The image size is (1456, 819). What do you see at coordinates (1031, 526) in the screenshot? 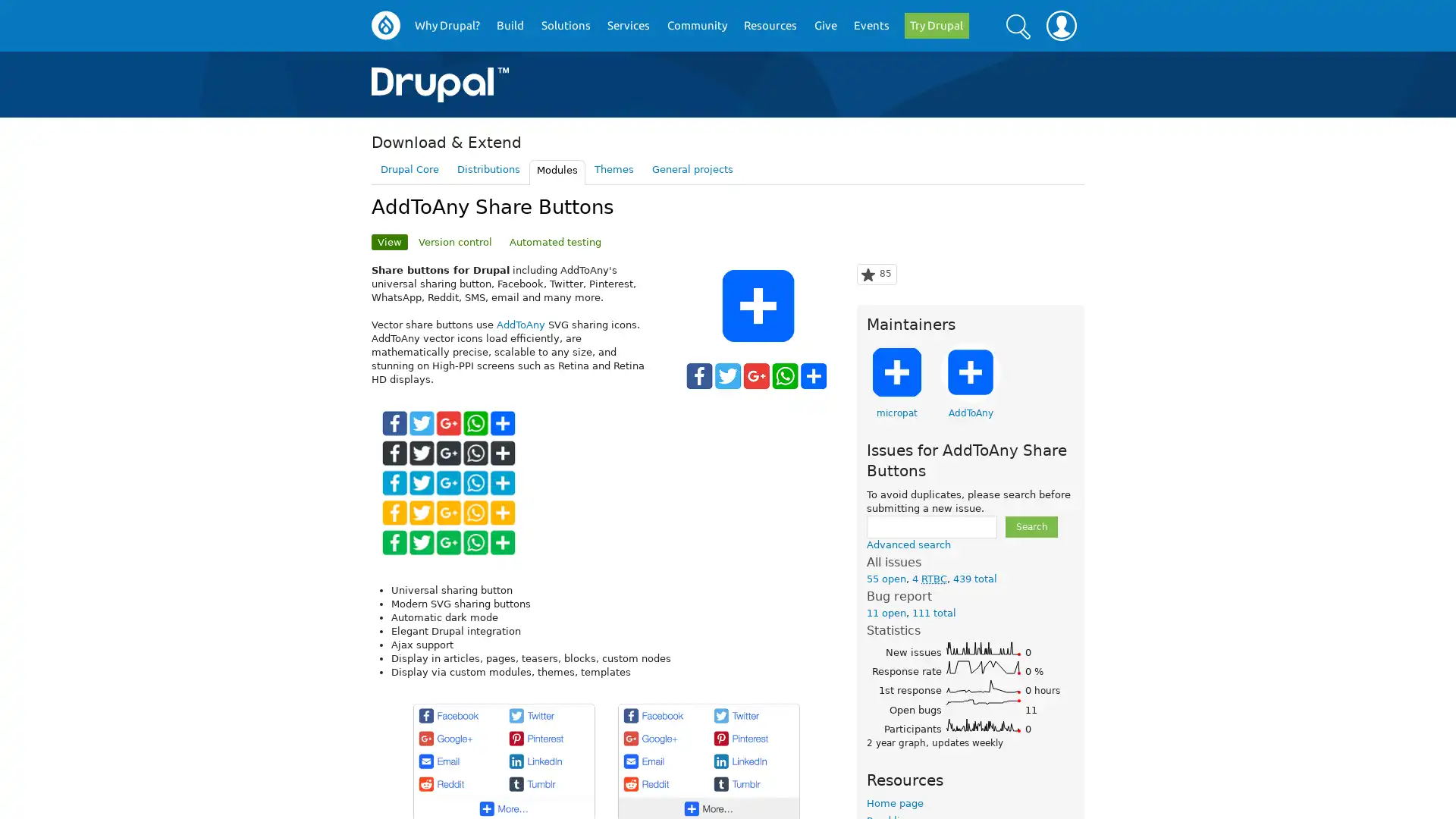
I see `Search` at bounding box center [1031, 526].